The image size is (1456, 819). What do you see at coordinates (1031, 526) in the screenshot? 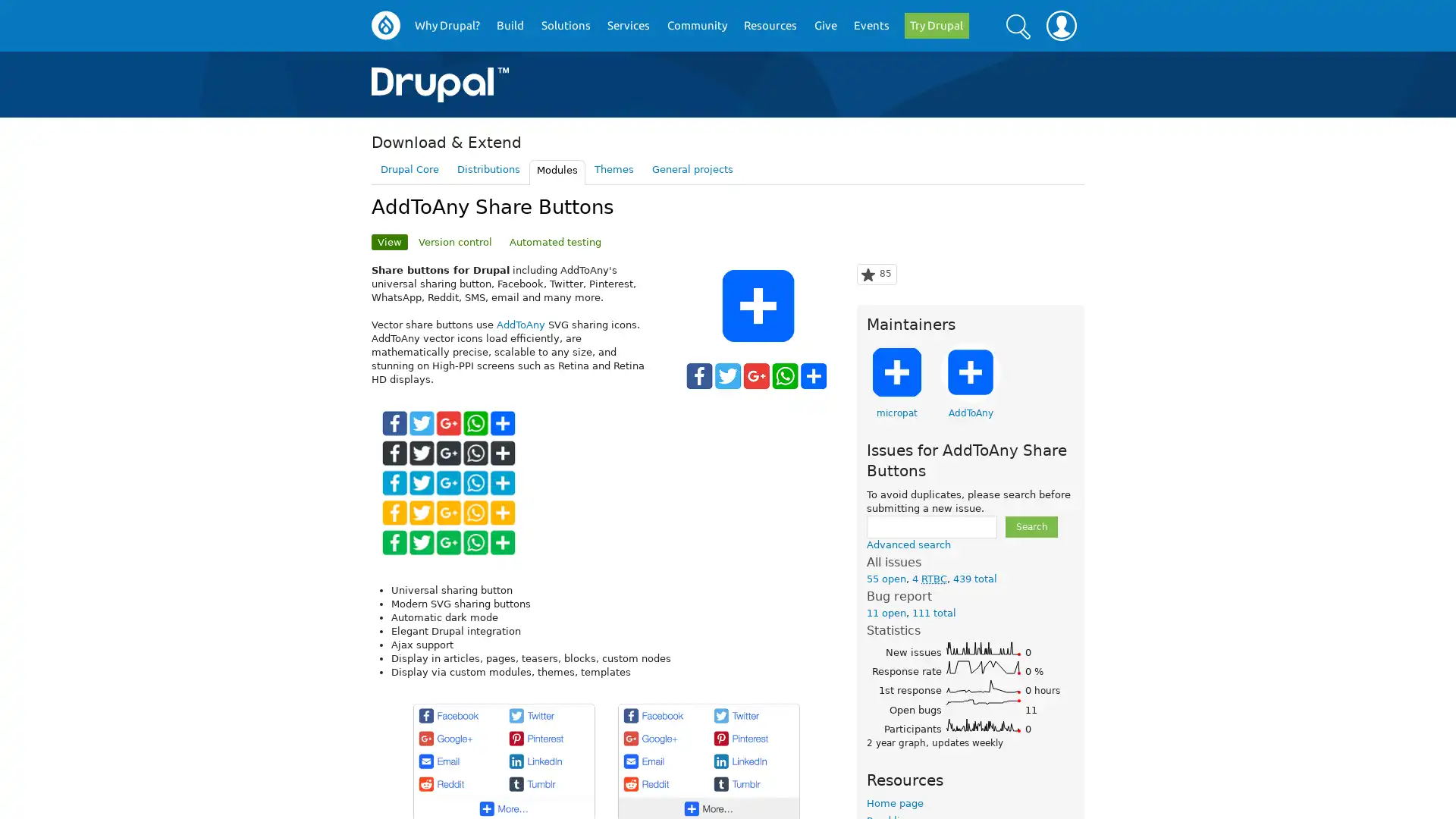
I see `Search` at bounding box center [1031, 526].